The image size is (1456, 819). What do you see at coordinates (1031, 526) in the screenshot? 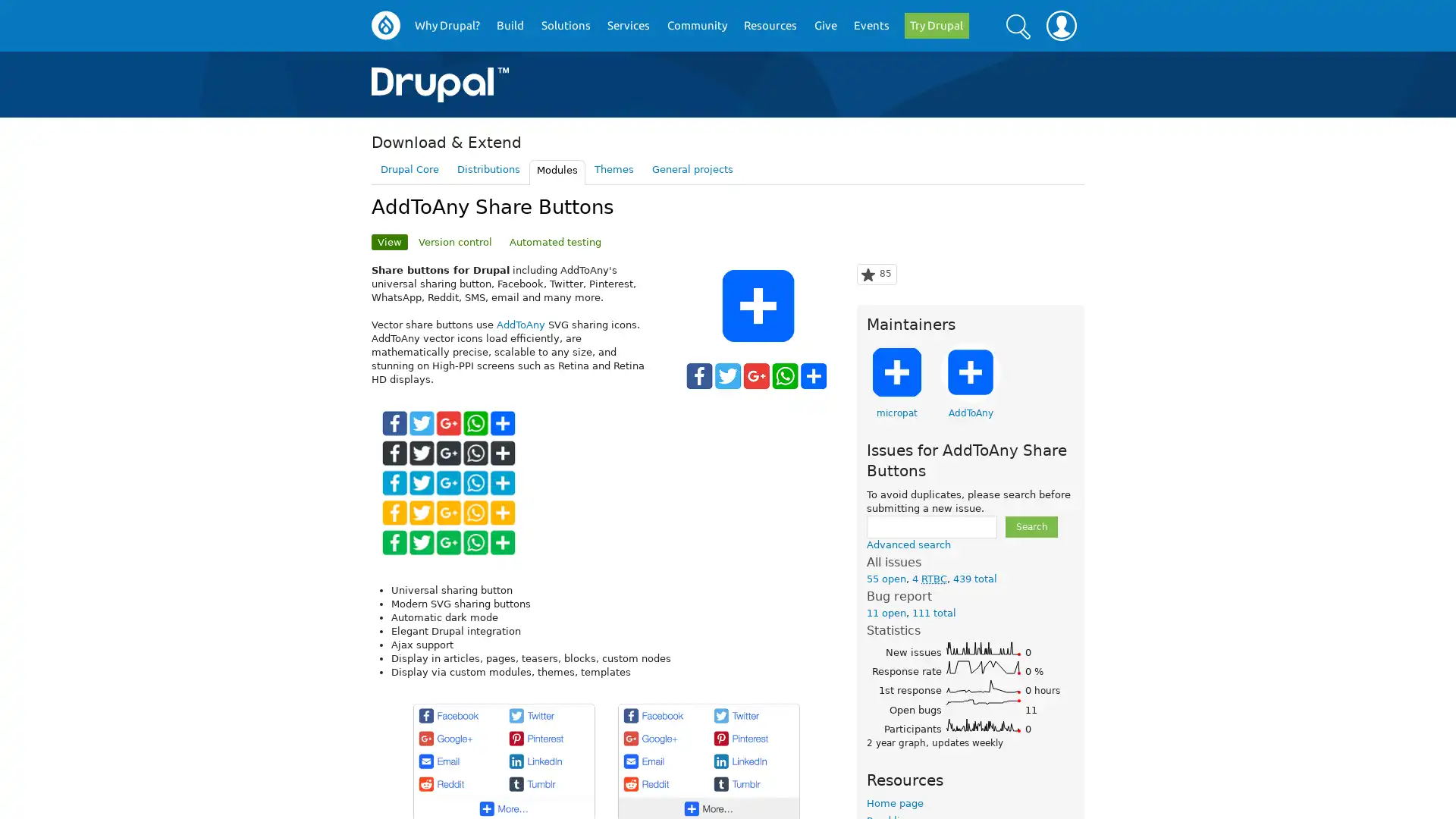
I see `Search` at bounding box center [1031, 526].